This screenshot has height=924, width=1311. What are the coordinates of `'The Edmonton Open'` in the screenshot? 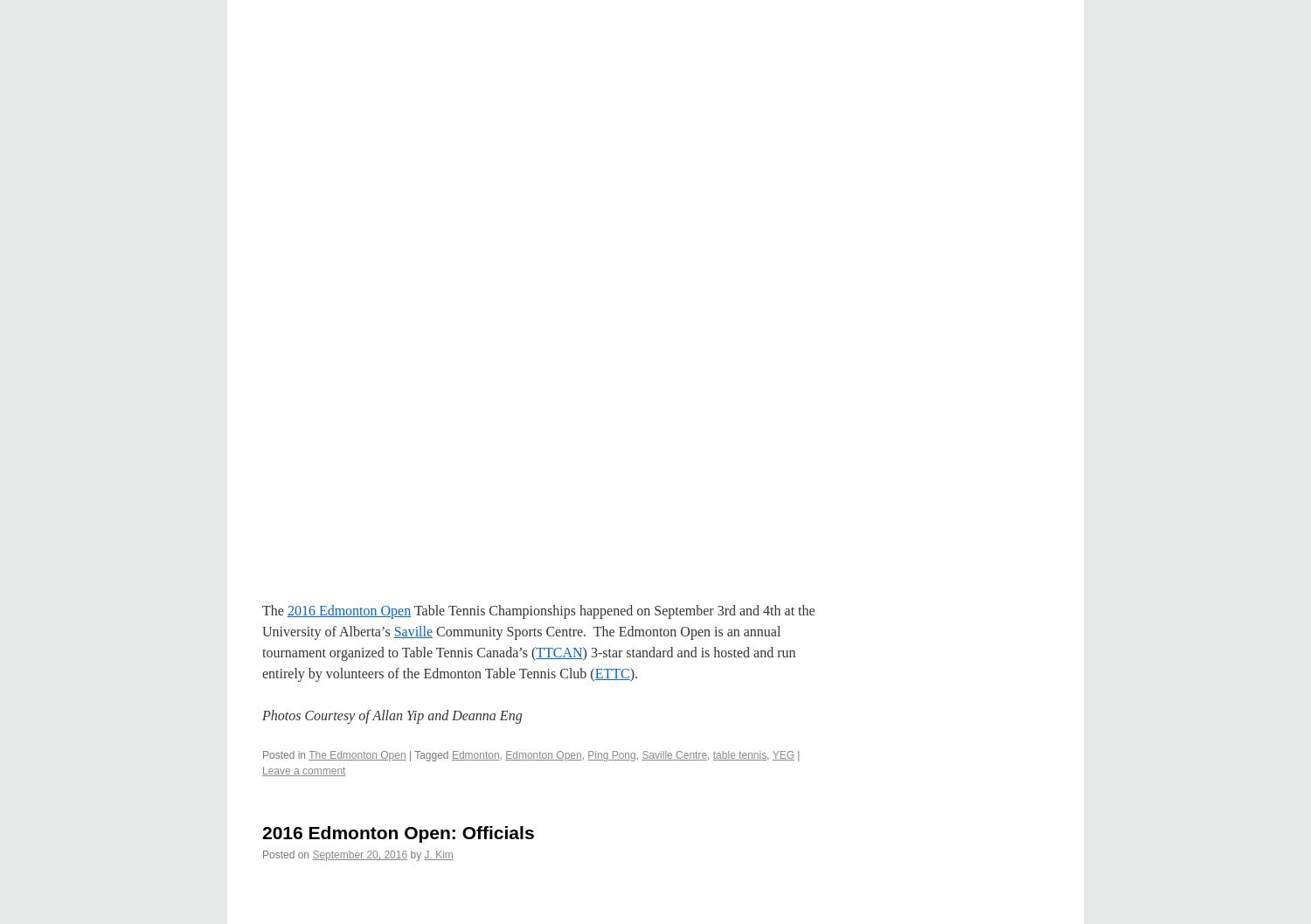 It's located at (357, 754).